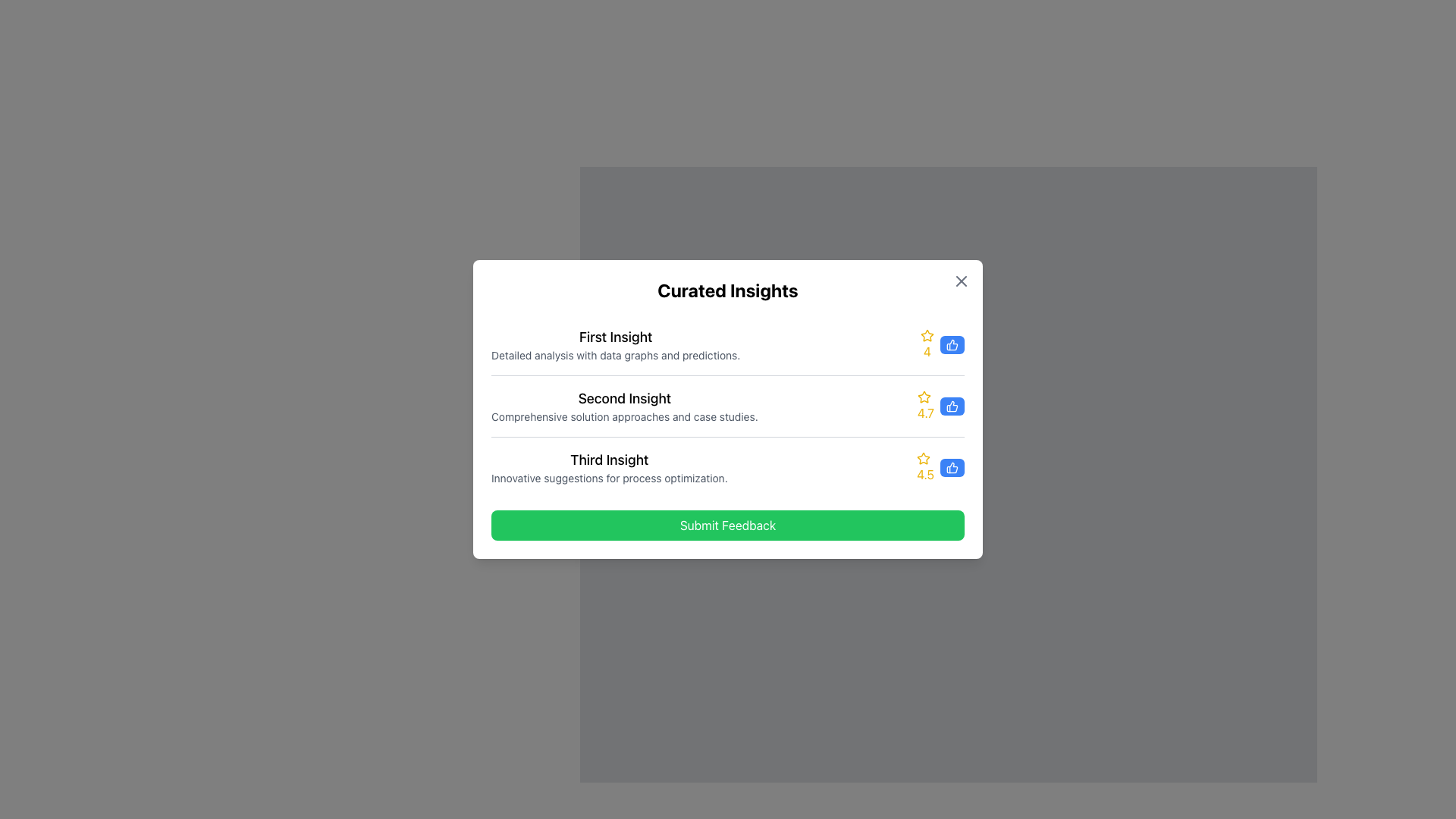  What do you see at coordinates (923, 457) in the screenshot?
I see `the stylized star icon with a golden outline located next to the '4.5' rating text in the 'Third Insight' list item` at bounding box center [923, 457].